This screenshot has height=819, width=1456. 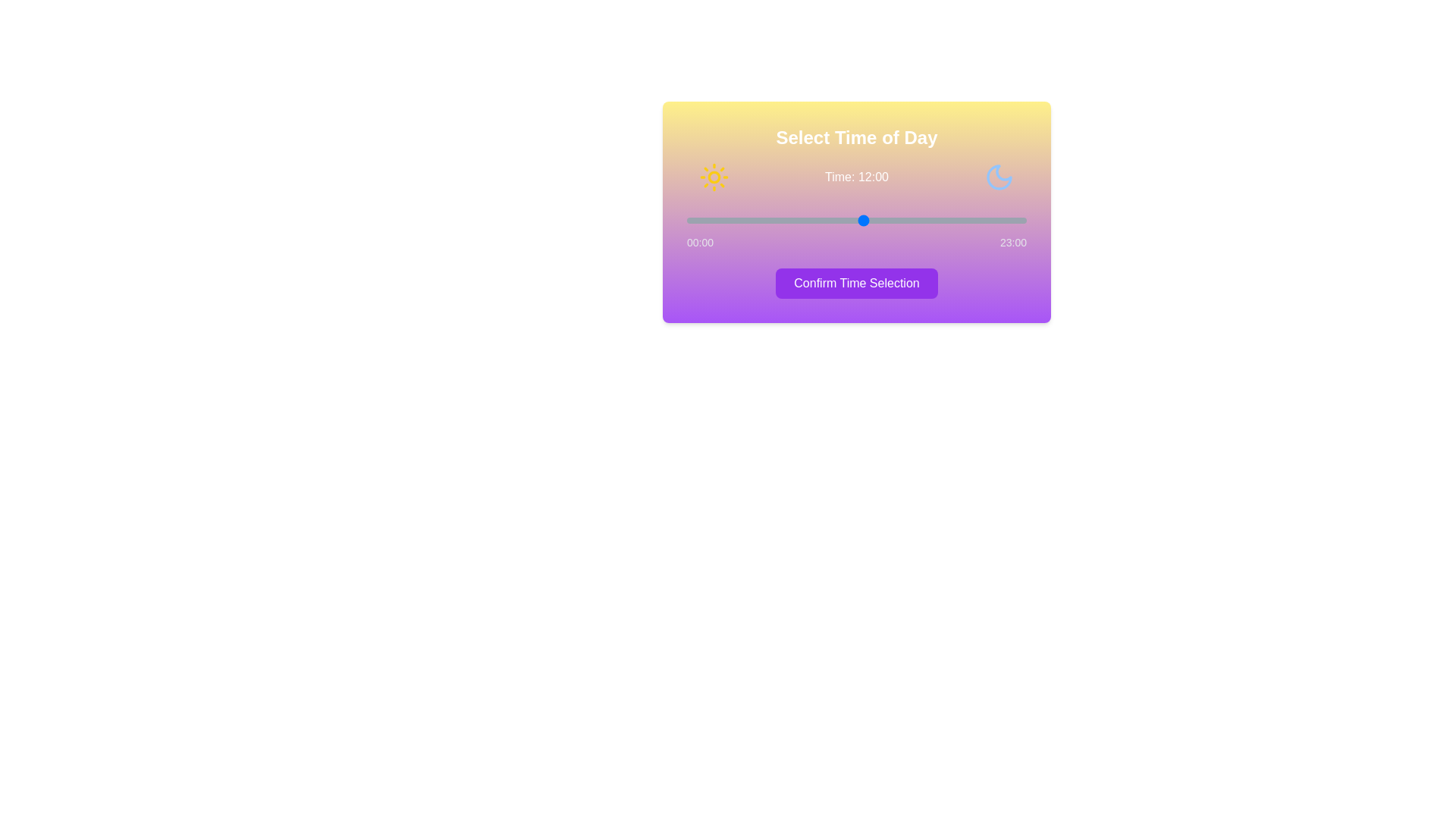 I want to click on the time slider to set the time to 16, so click(x=922, y=220).